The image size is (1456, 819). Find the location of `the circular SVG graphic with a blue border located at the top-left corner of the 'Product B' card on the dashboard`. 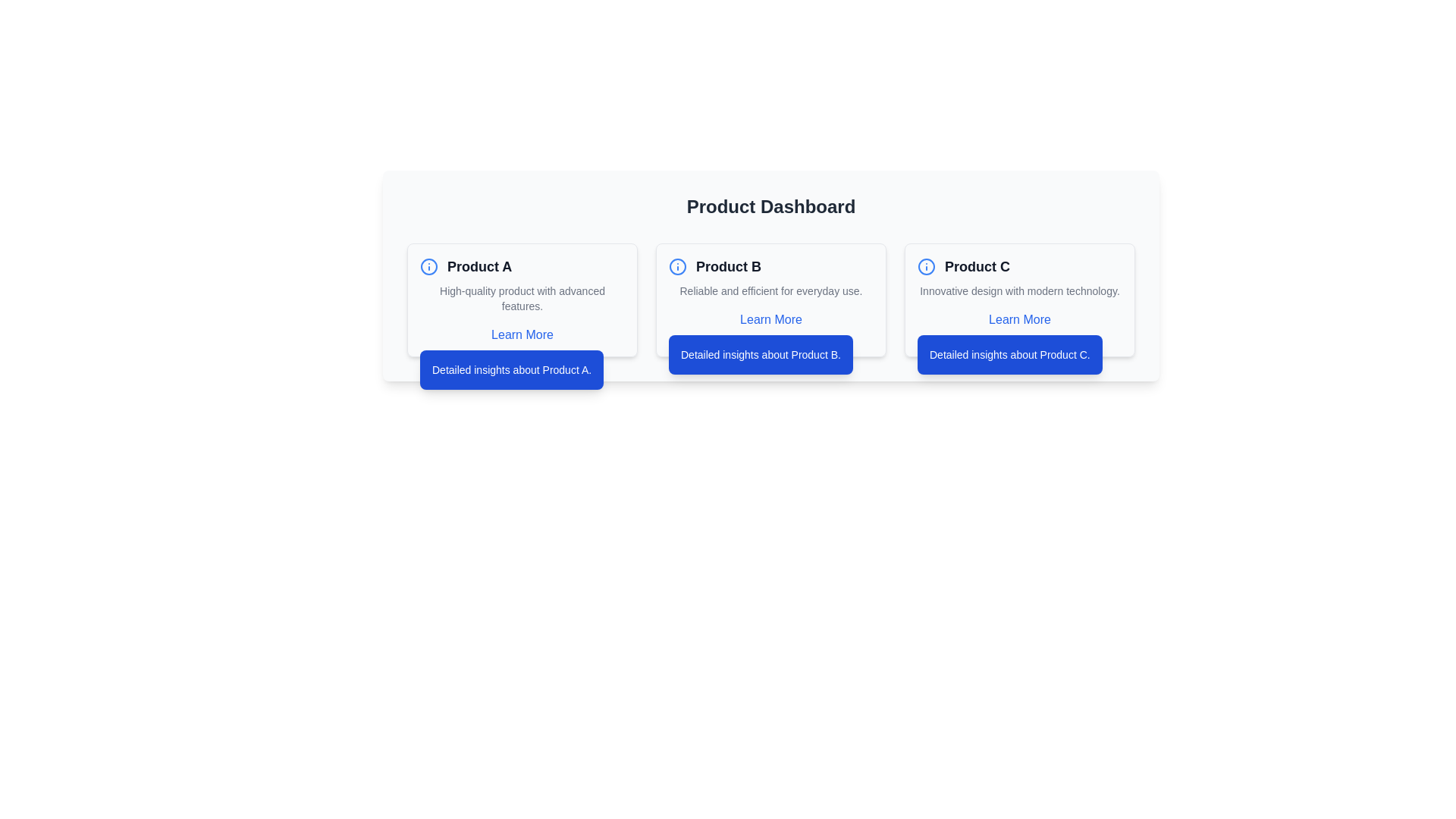

the circular SVG graphic with a blue border located at the top-left corner of the 'Product B' card on the dashboard is located at coordinates (676, 265).